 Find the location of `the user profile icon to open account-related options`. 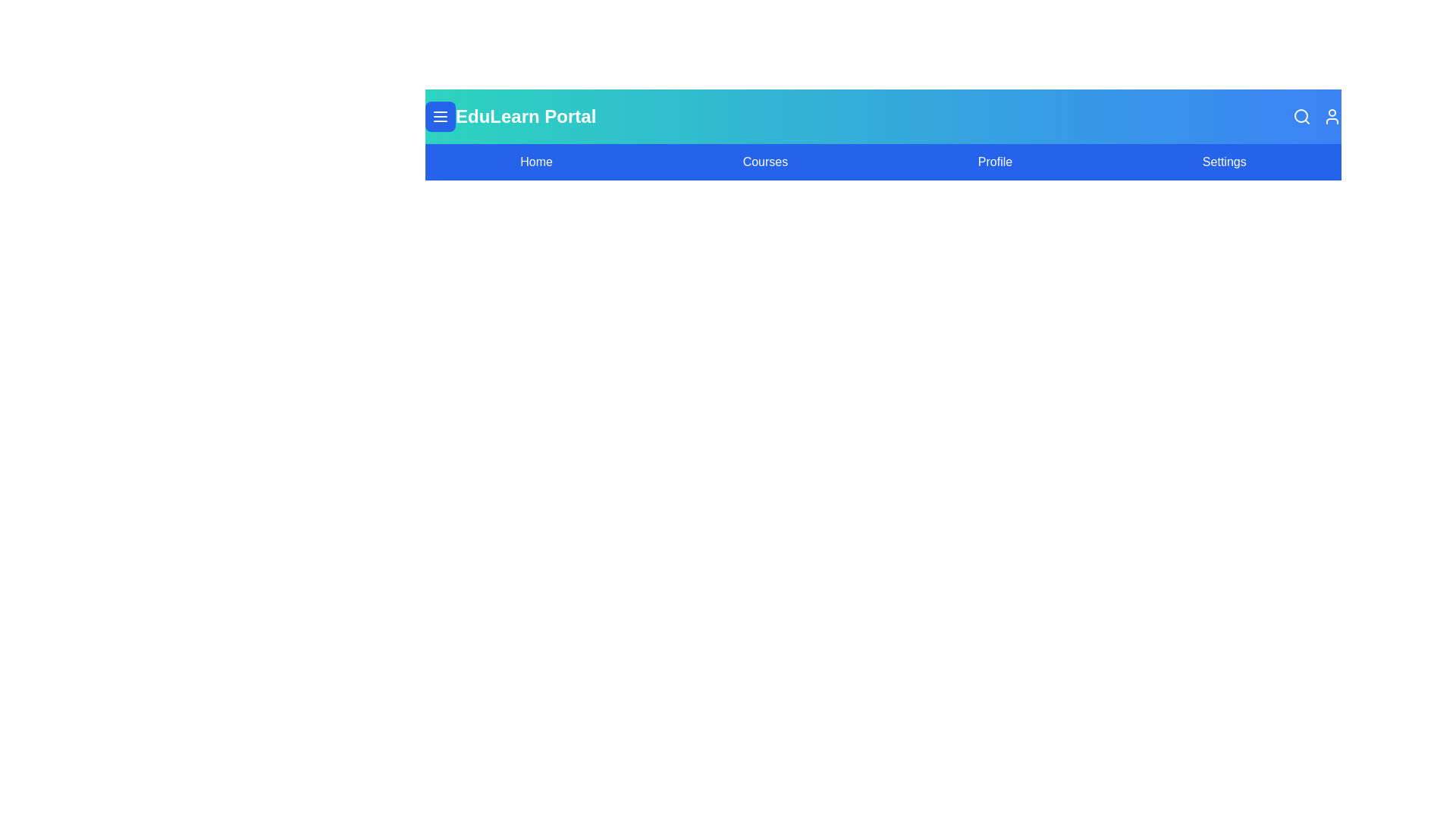

the user profile icon to open account-related options is located at coordinates (1331, 116).